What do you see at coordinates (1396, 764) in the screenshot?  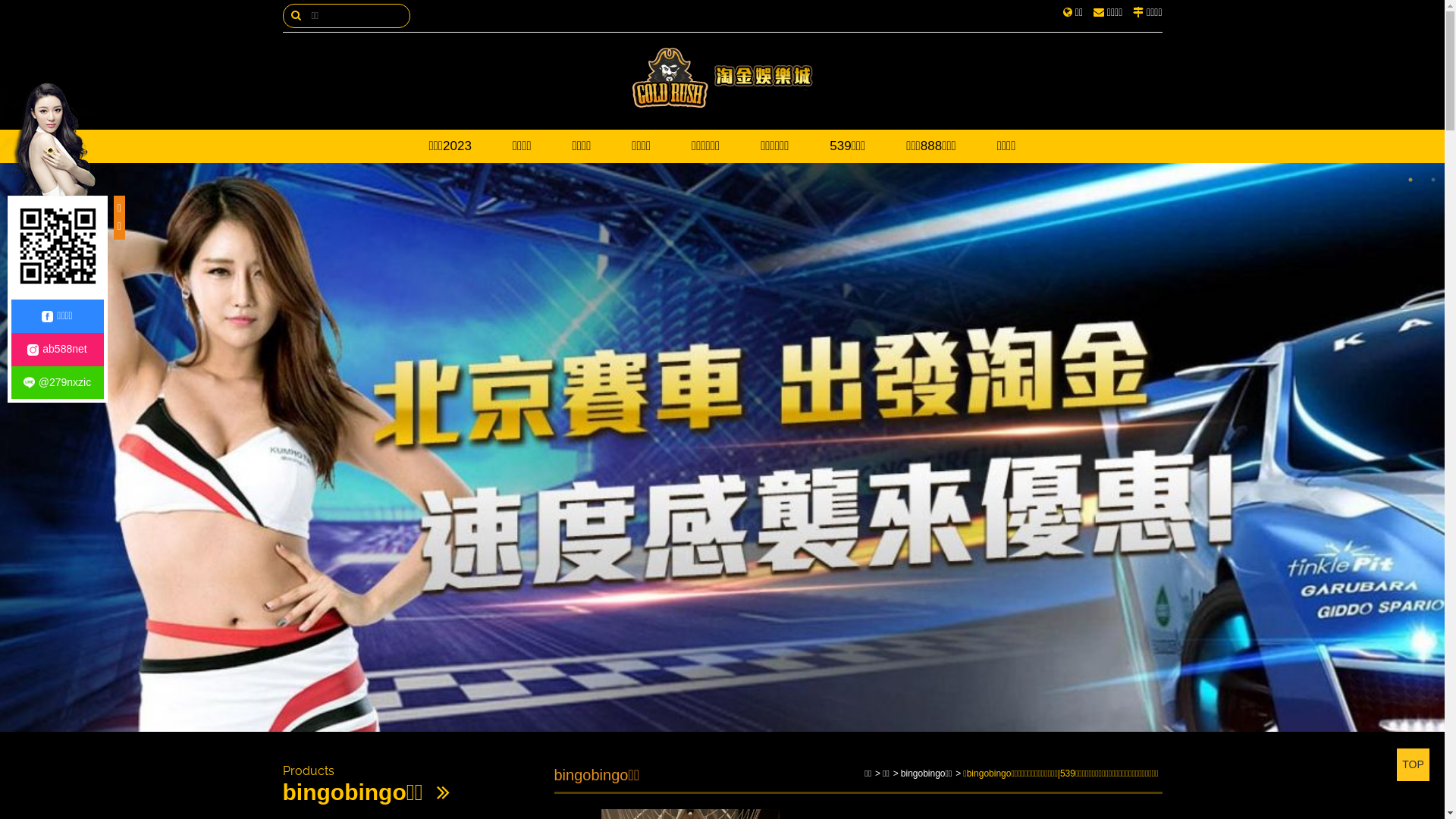 I see `'TOP'` at bounding box center [1396, 764].